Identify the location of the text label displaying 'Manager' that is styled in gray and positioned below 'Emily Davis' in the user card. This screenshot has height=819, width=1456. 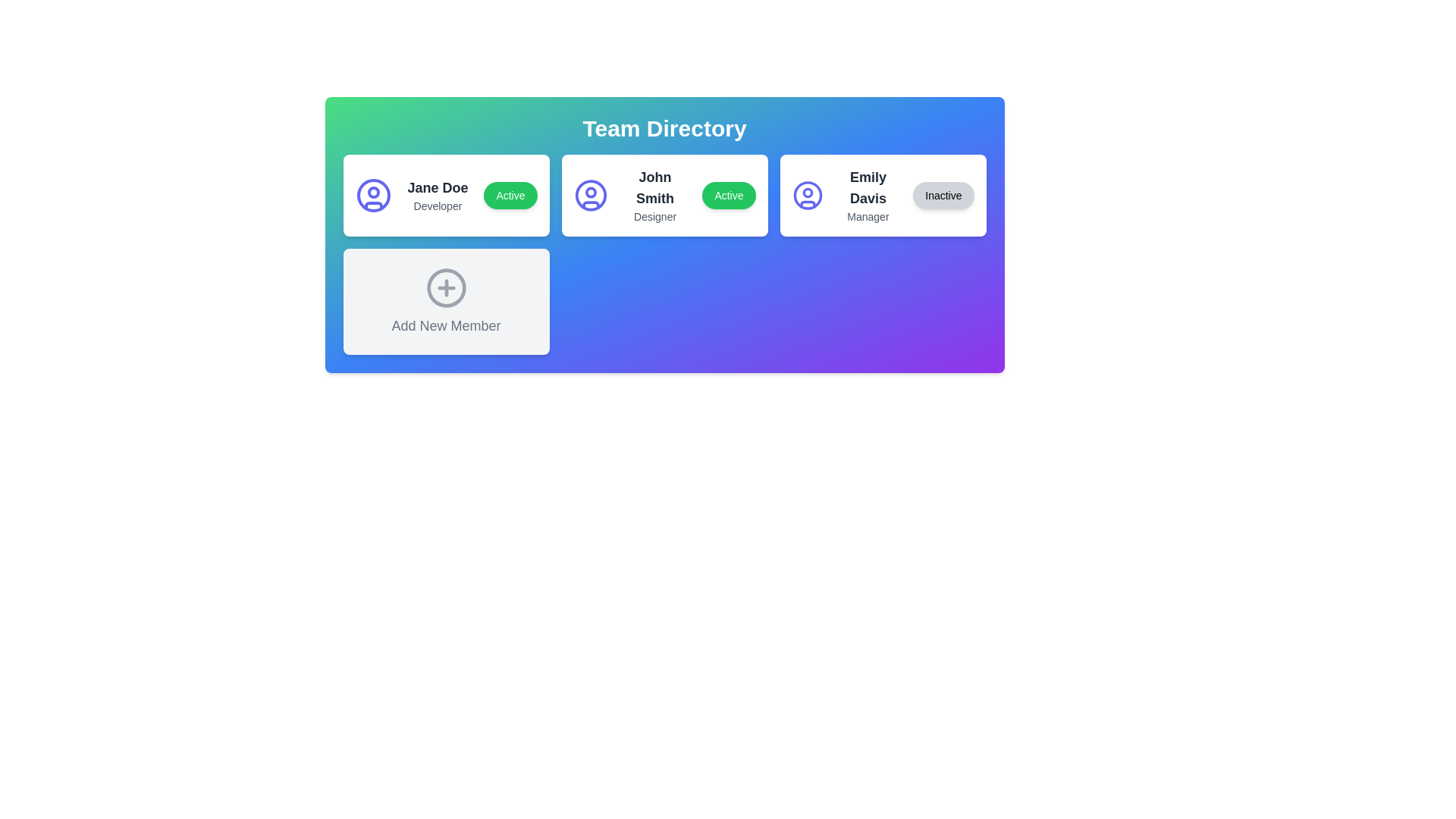
(868, 216).